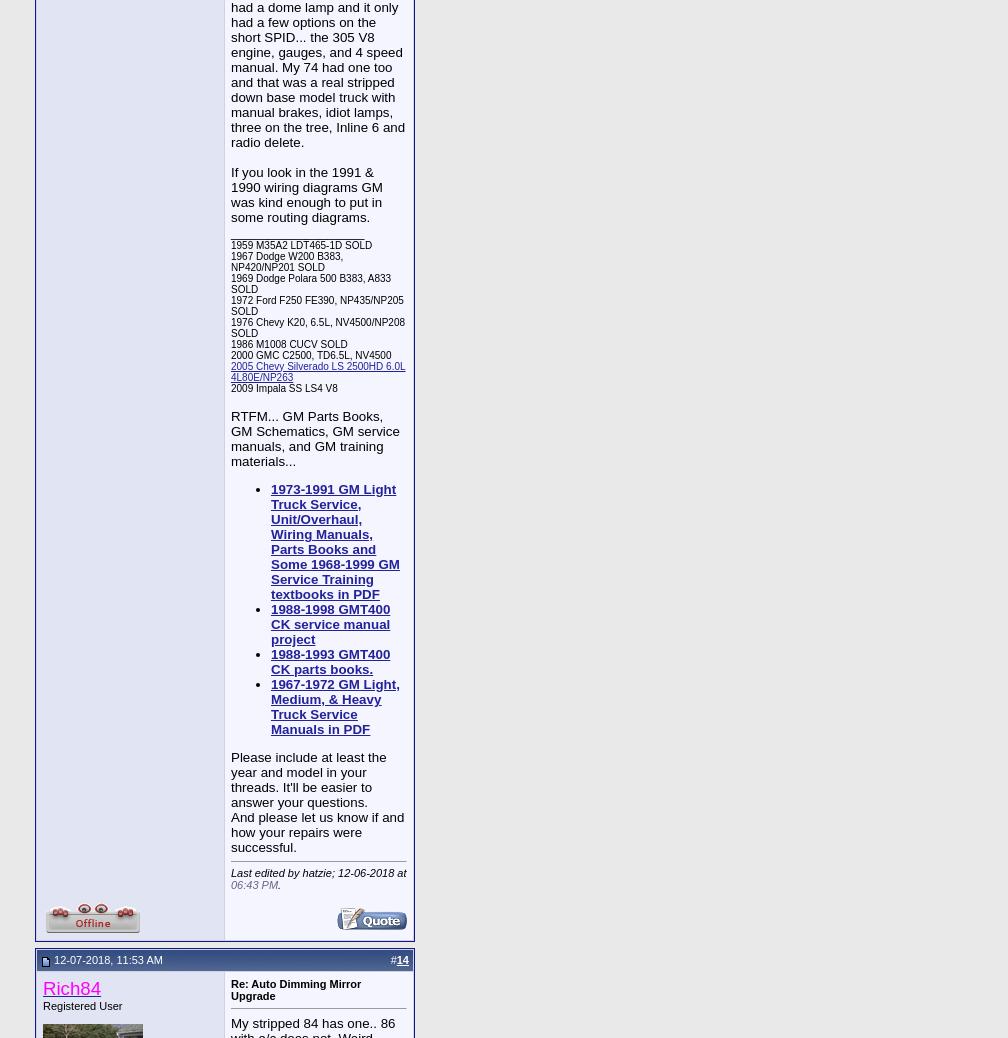  Describe the element at coordinates (231, 304) in the screenshot. I see `'1972 Ford F250 FE390, NP435/NP205 SOLD'` at that location.